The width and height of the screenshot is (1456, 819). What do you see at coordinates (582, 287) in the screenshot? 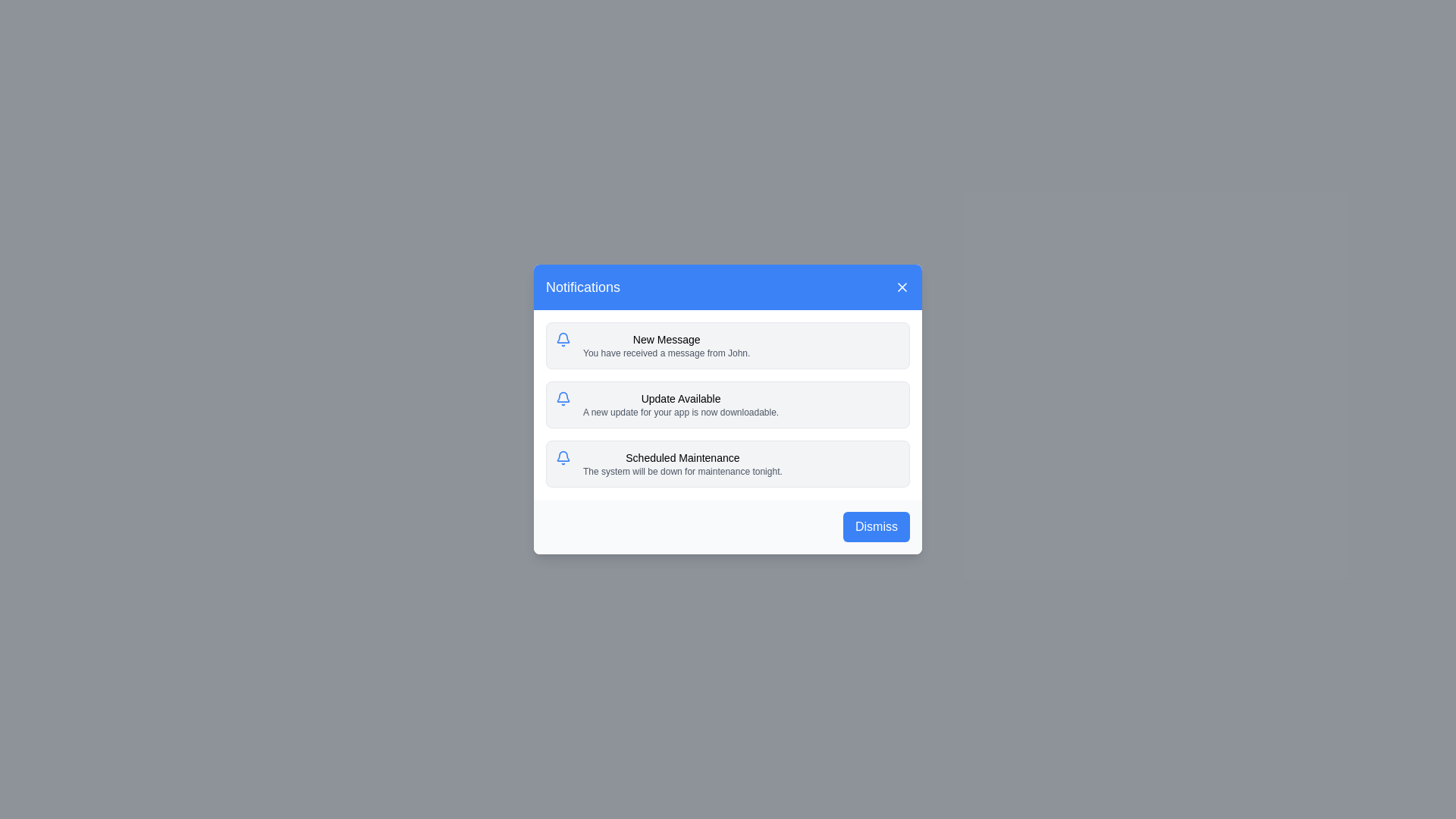
I see `the Text Label that serves as the title for the notifications in the notification dialog, located on the left side of the top header` at bounding box center [582, 287].